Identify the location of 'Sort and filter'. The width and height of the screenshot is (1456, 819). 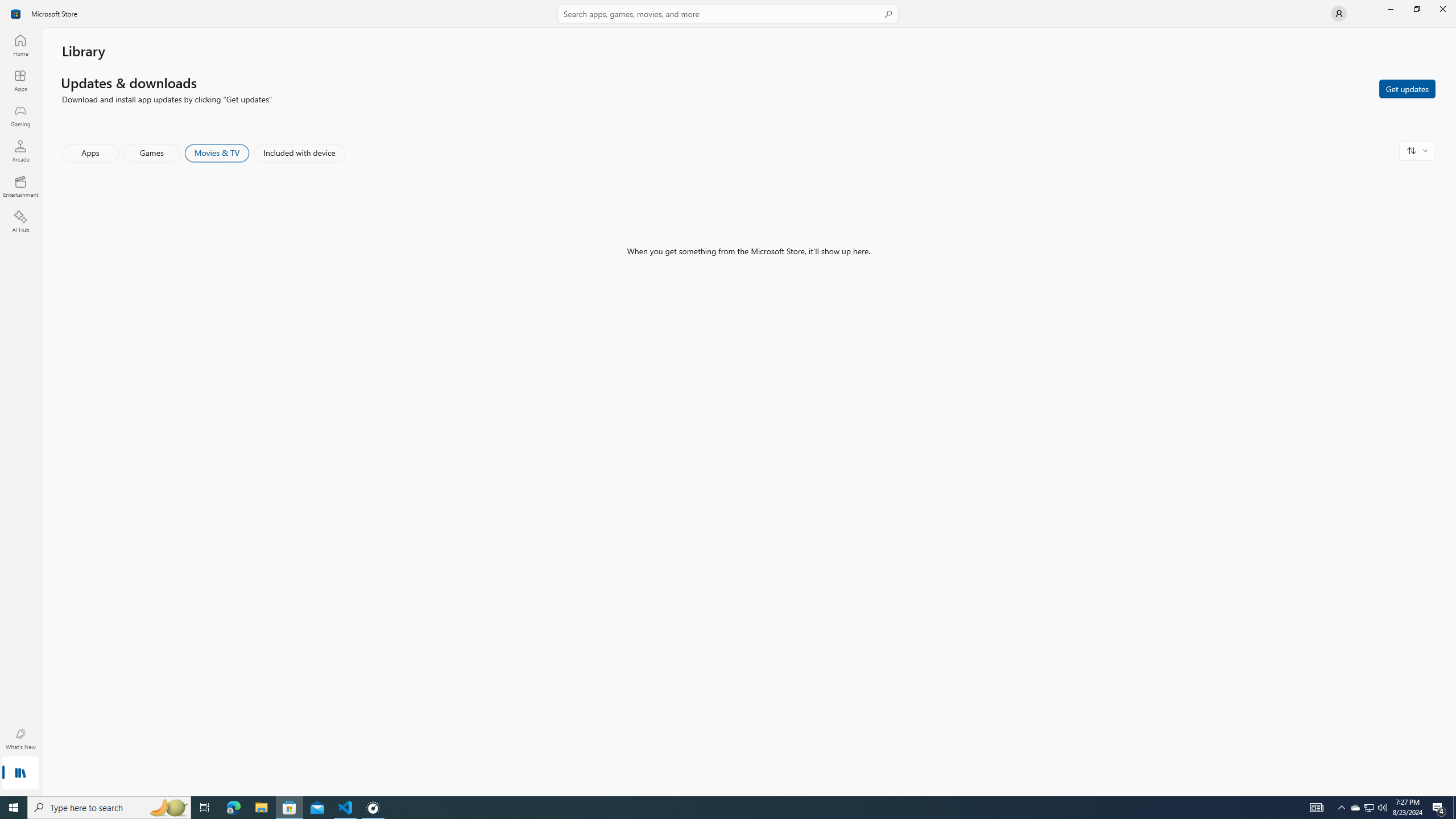
(1417, 150).